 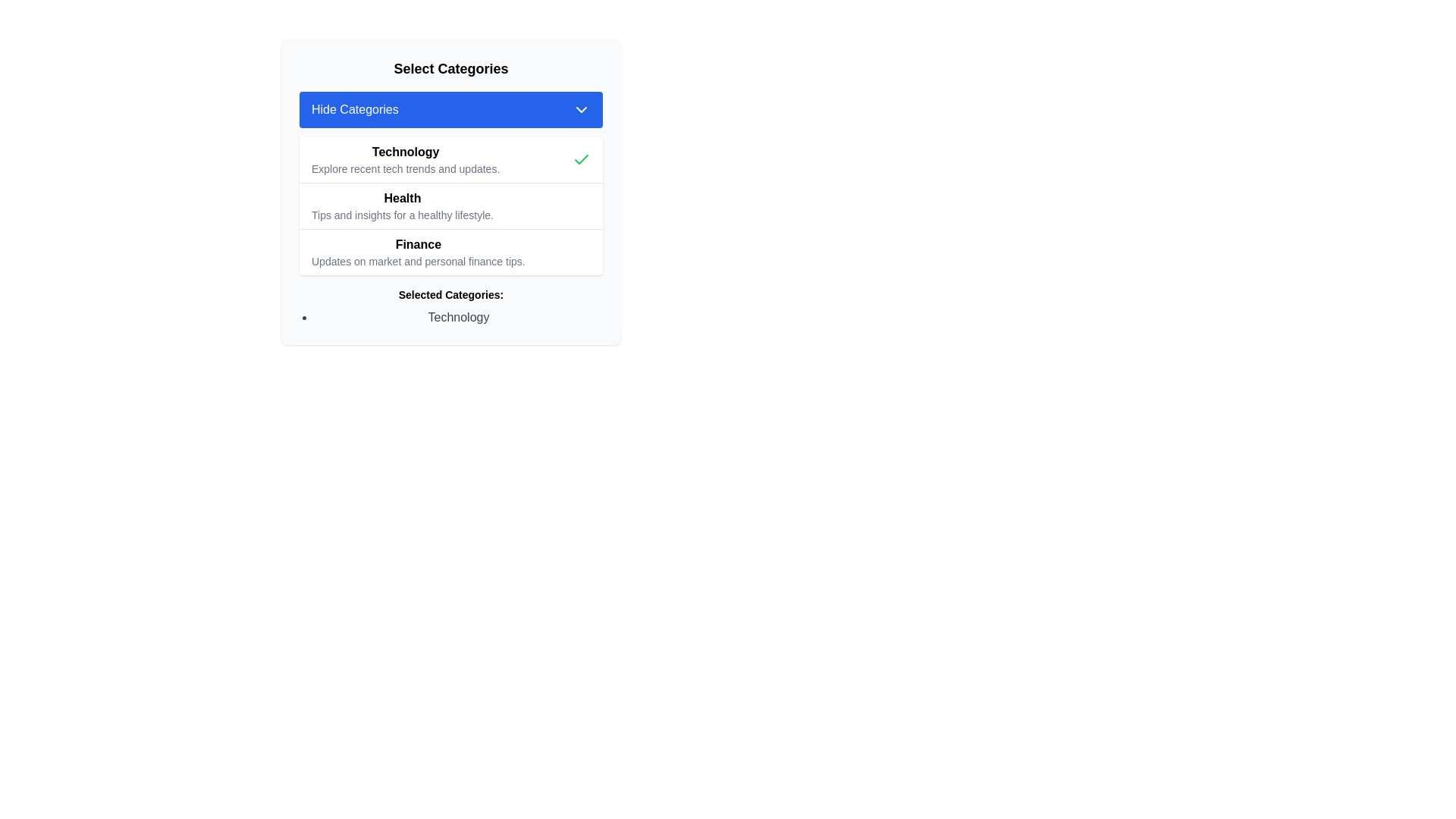 What do you see at coordinates (581, 159) in the screenshot?
I see `the checkmark icon indicating the selection or confirmation of the 'Technology' category, located in the right section of the category item` at bounding box center [581, 159].